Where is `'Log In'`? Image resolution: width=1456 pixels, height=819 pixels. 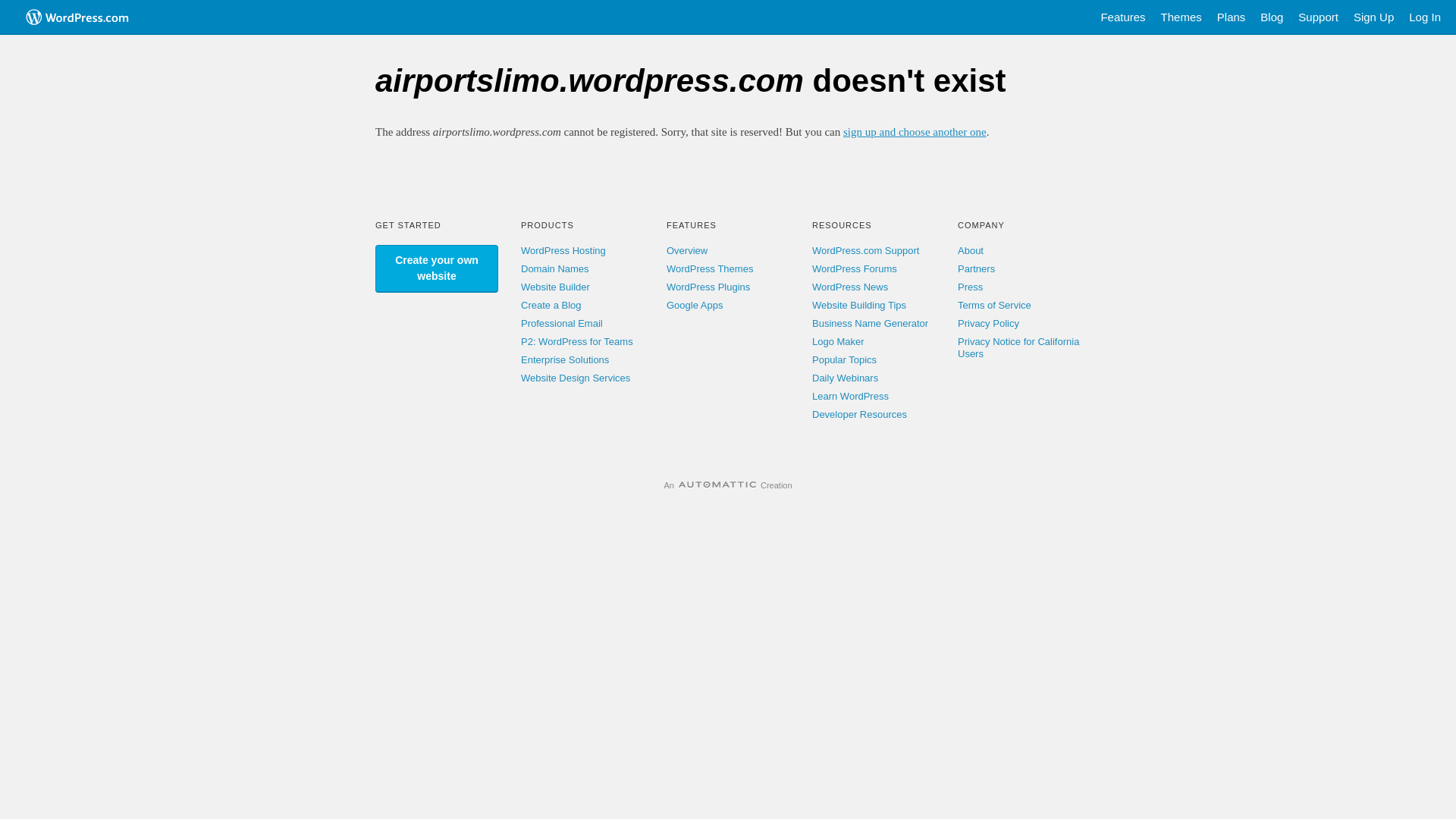 'Log In' is located at coordinates (1423, 17).